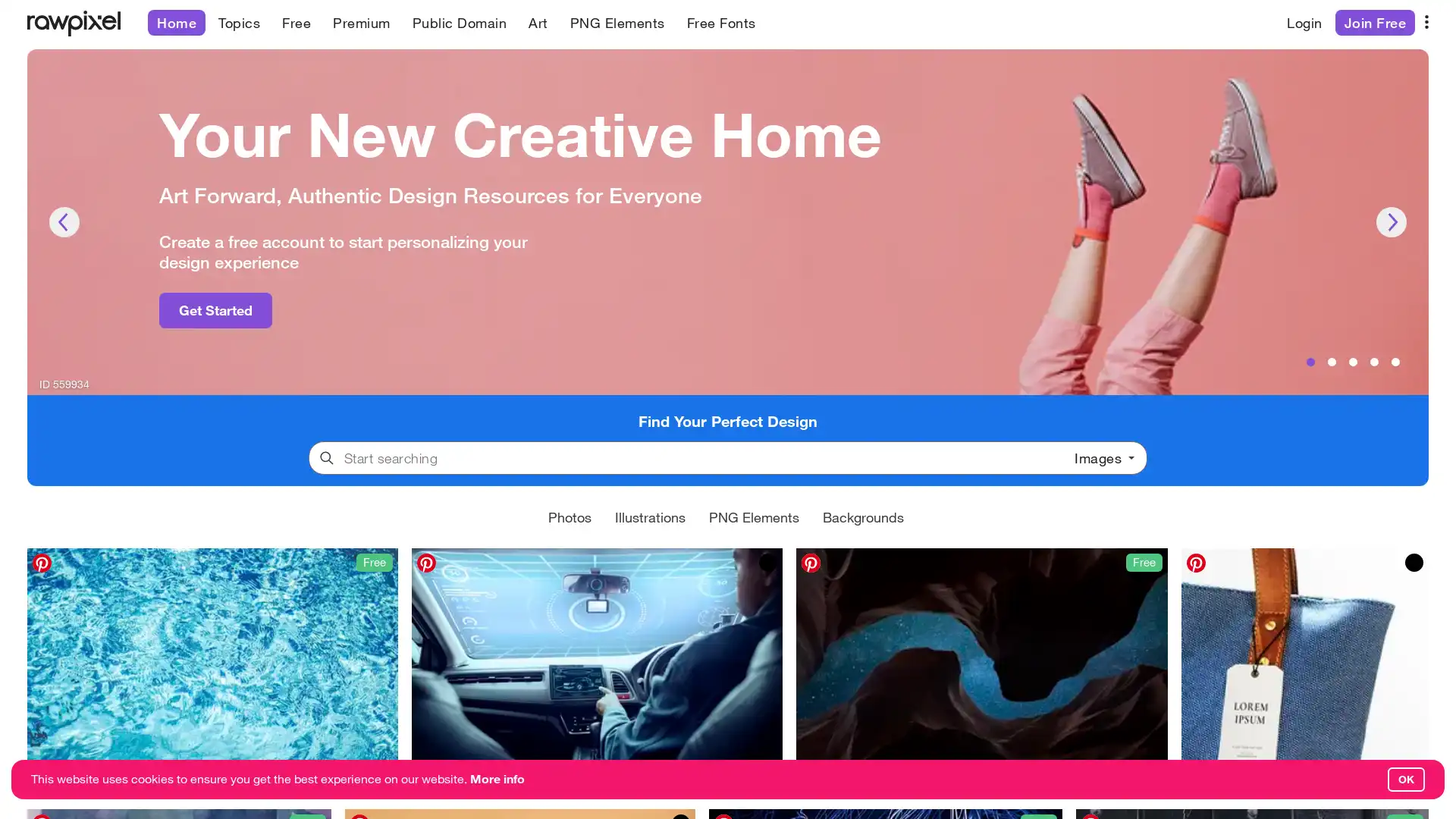  Describe the element at coordinates (1204, 780) in the screenshot. I see `Save` at that location.